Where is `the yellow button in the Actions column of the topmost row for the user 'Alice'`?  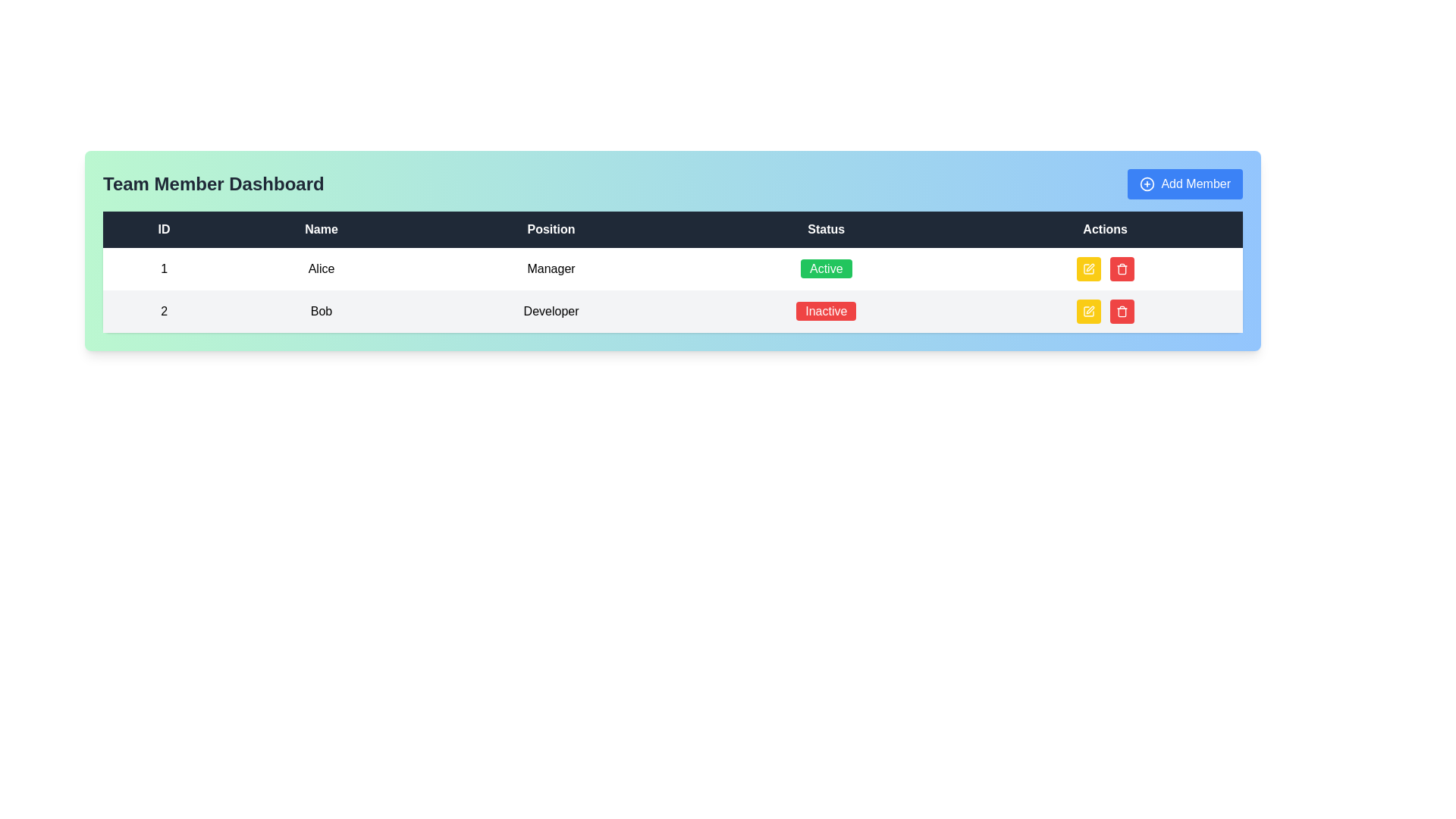
the yellow button in the Actions column of the topmost row for the user 'Alice' is located at coordinates (1105, 268).